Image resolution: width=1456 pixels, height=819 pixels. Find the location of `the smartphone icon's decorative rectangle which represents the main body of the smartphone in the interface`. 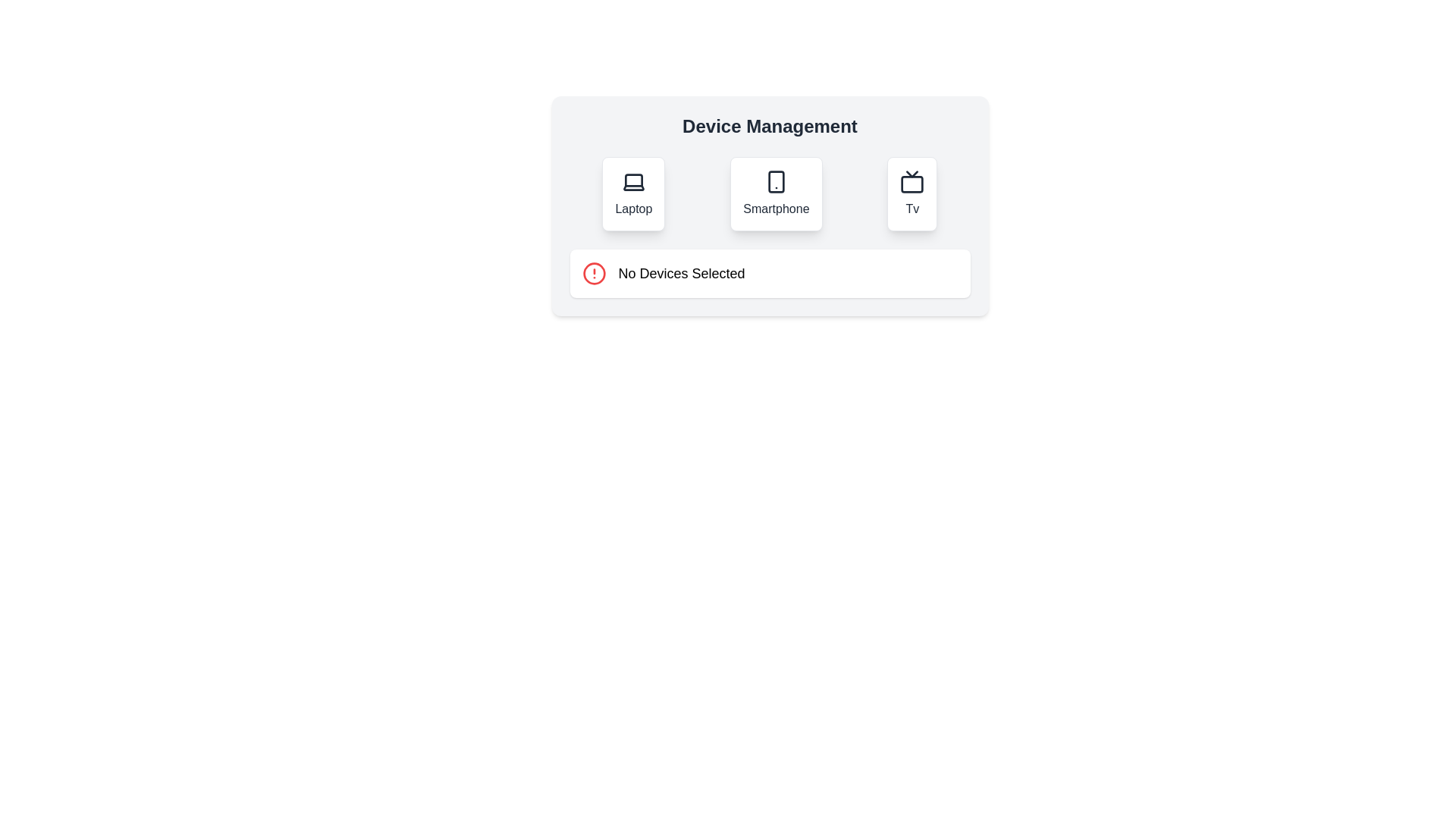

the smartphone icon's decorative rectangle which represents the main body of the smartphone in the interface is located at coordinates (776, 180).